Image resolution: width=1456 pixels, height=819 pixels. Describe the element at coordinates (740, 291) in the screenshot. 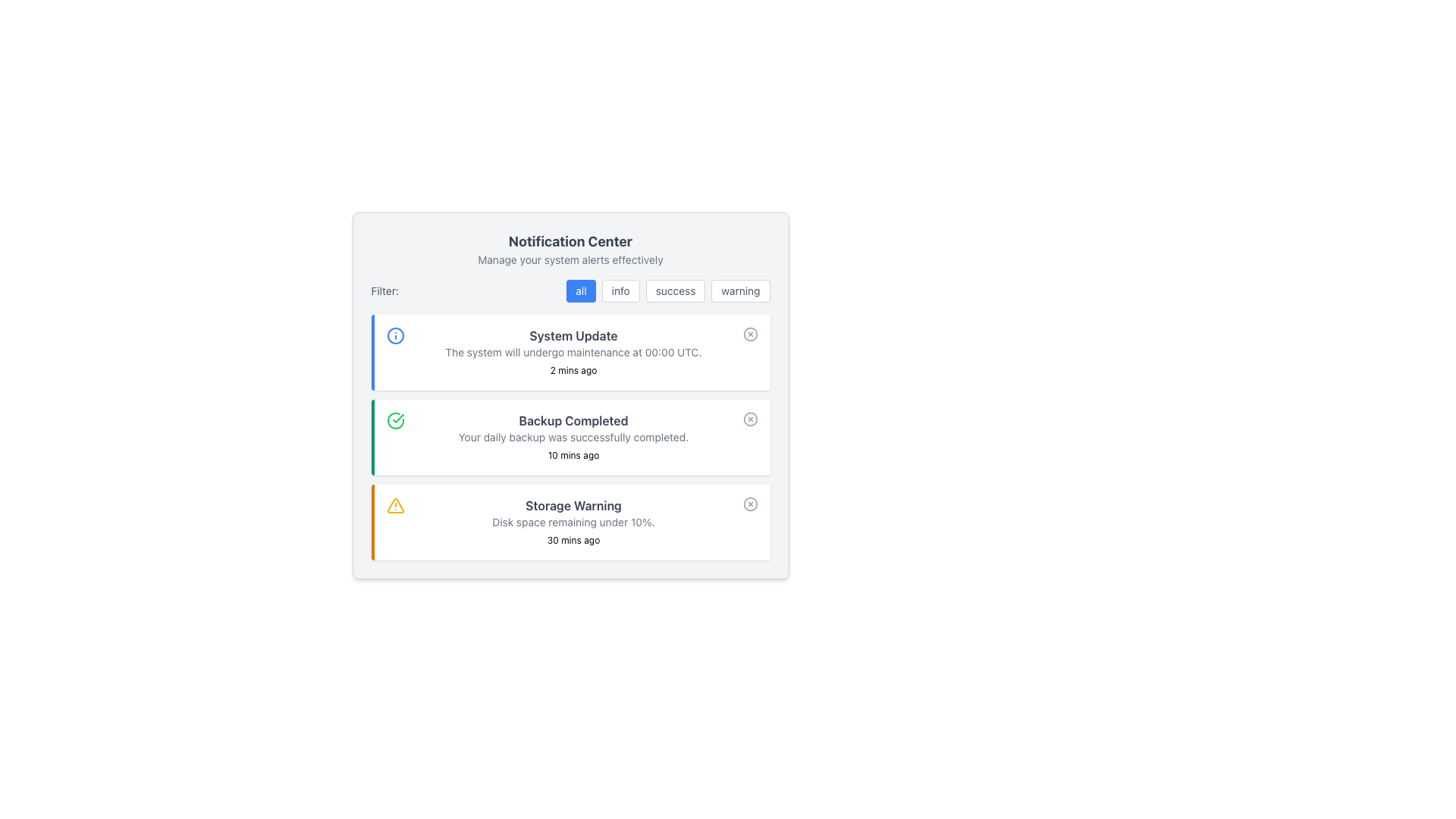

I see `the button that filters or categorizes items to show warnings` at that location.